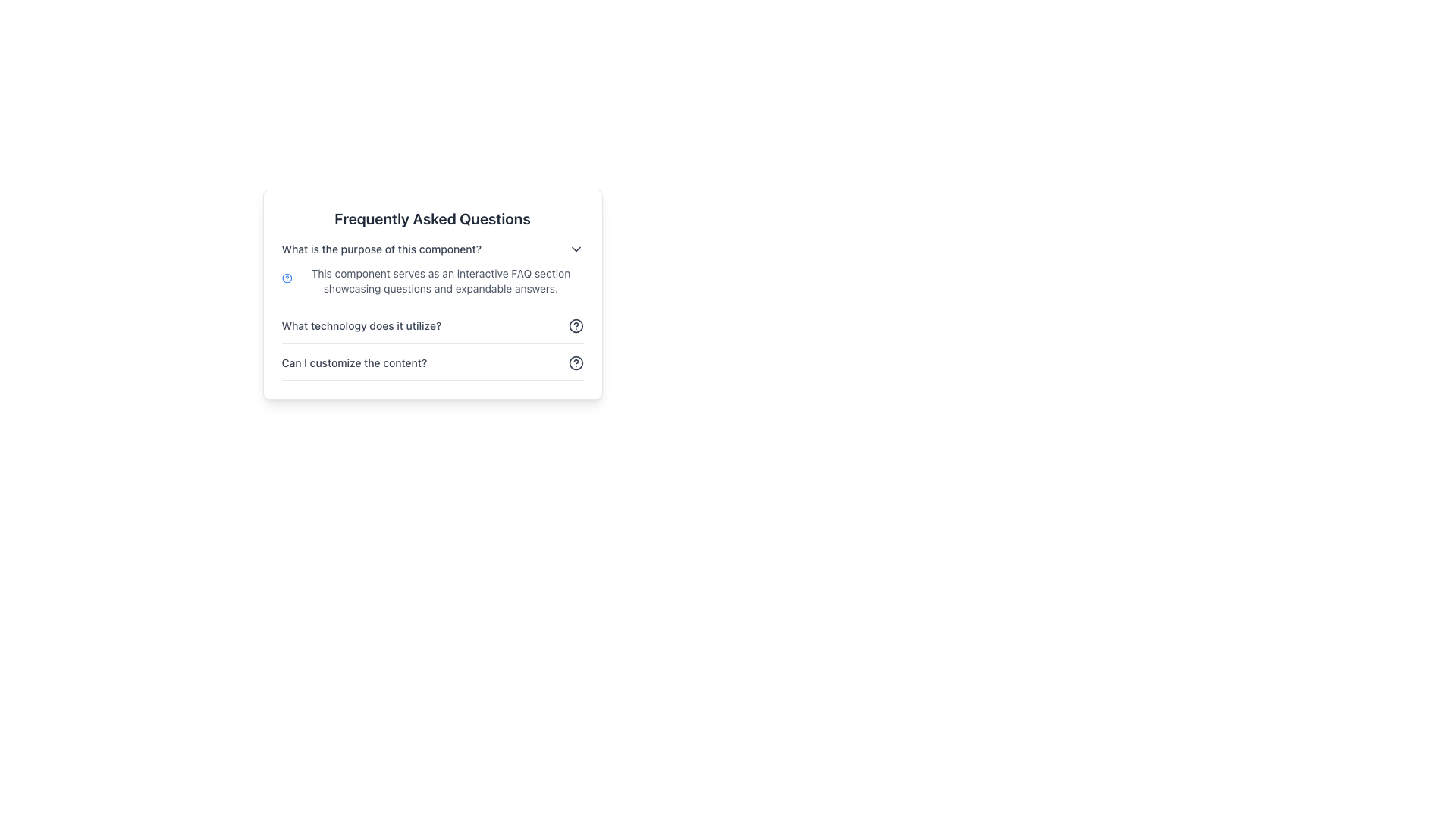  Describe the element at coordinates (575, 362) in the screenshot. I see `the question mark icon with a circular border located to the right of the text 'Can I customize the content?' in the FAQ section` at that location.